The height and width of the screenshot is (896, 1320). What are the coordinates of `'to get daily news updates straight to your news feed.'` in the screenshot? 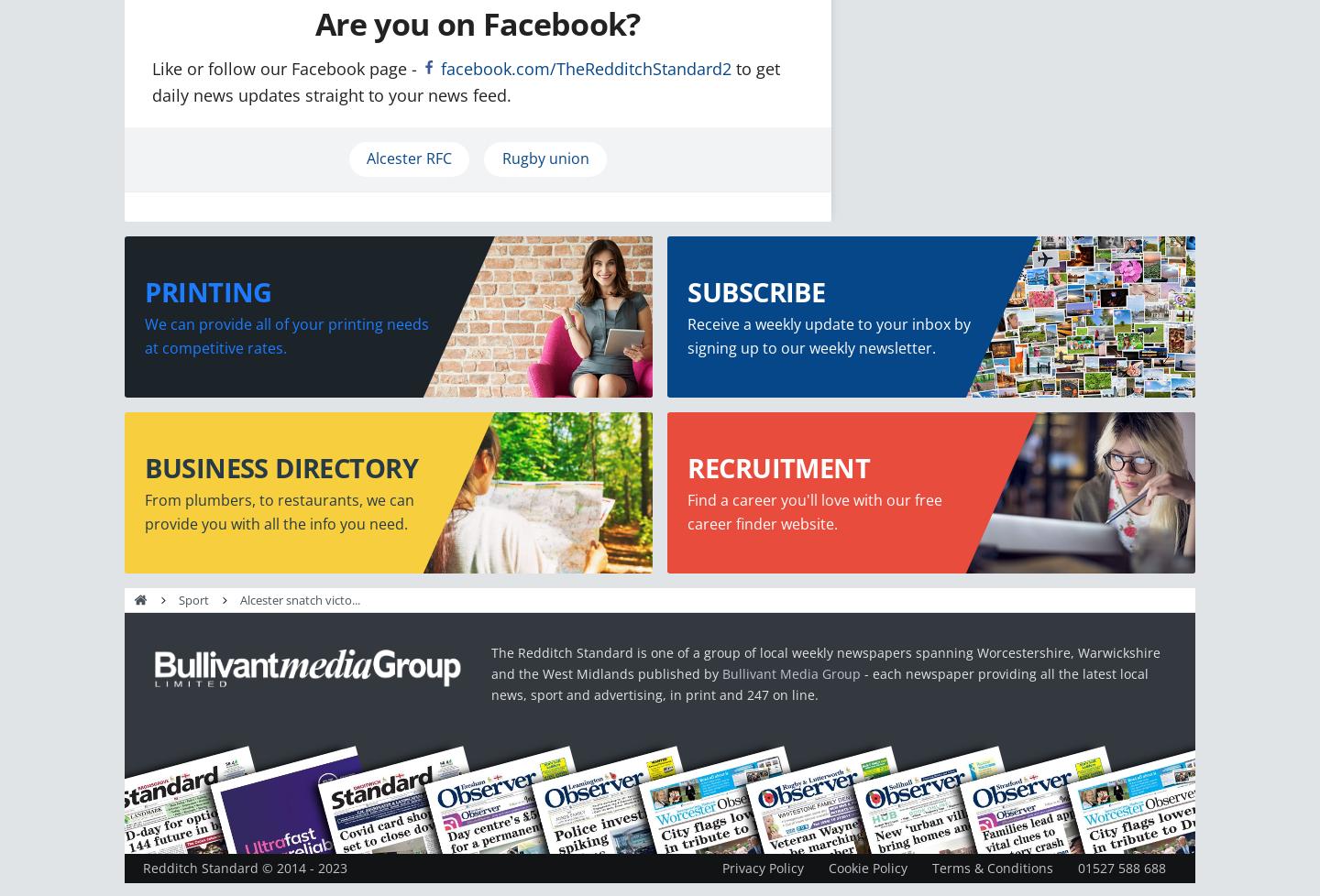 It's located at (465, 82).